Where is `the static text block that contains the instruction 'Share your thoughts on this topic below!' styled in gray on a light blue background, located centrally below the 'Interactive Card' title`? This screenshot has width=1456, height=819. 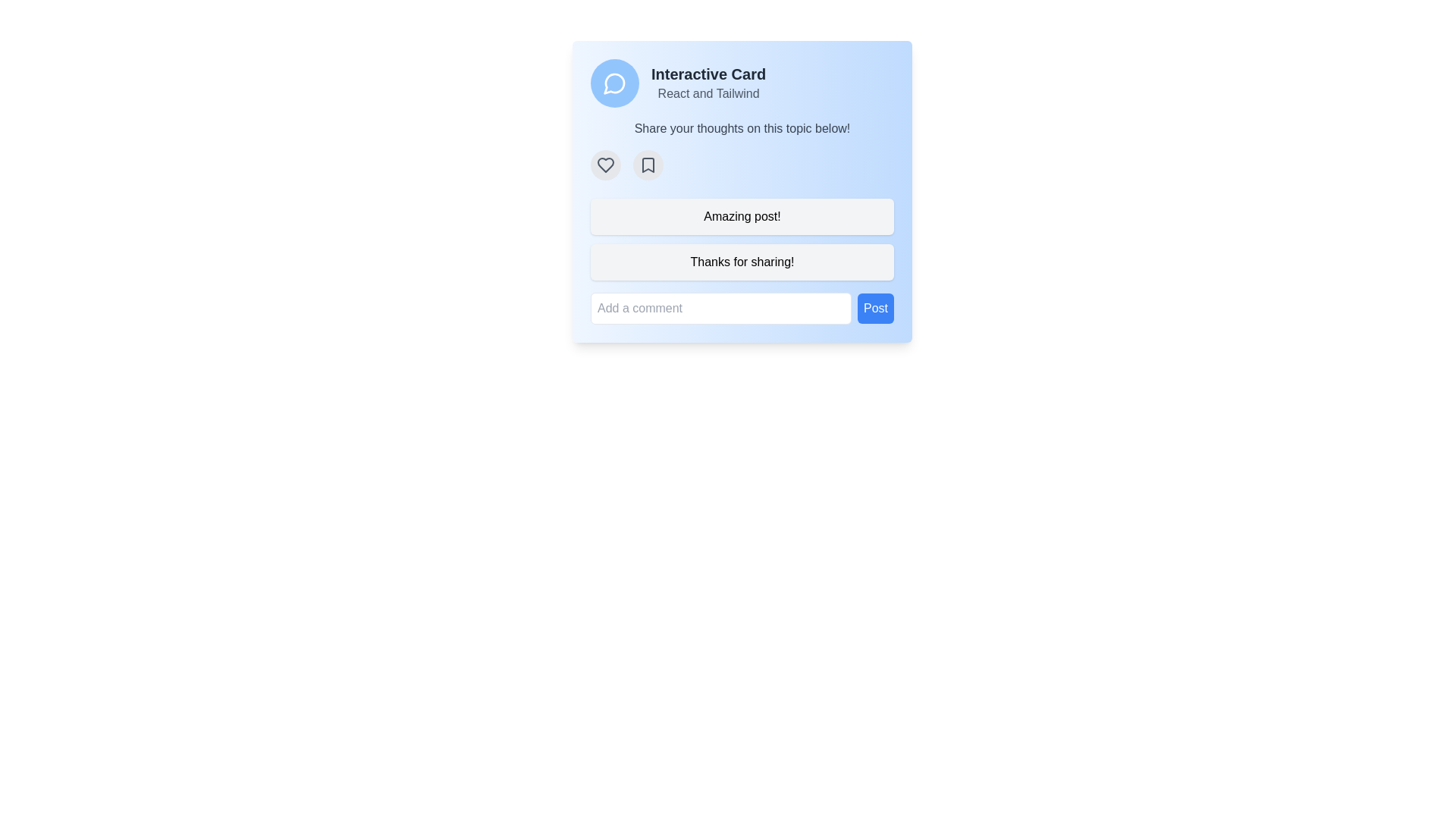
the static text block that contains the instruction 'Share your thoughts on this topic below!' styled in gray on a light blue background, located centrally below the 'Interactive Card' title is located at coordinates (742, 127).